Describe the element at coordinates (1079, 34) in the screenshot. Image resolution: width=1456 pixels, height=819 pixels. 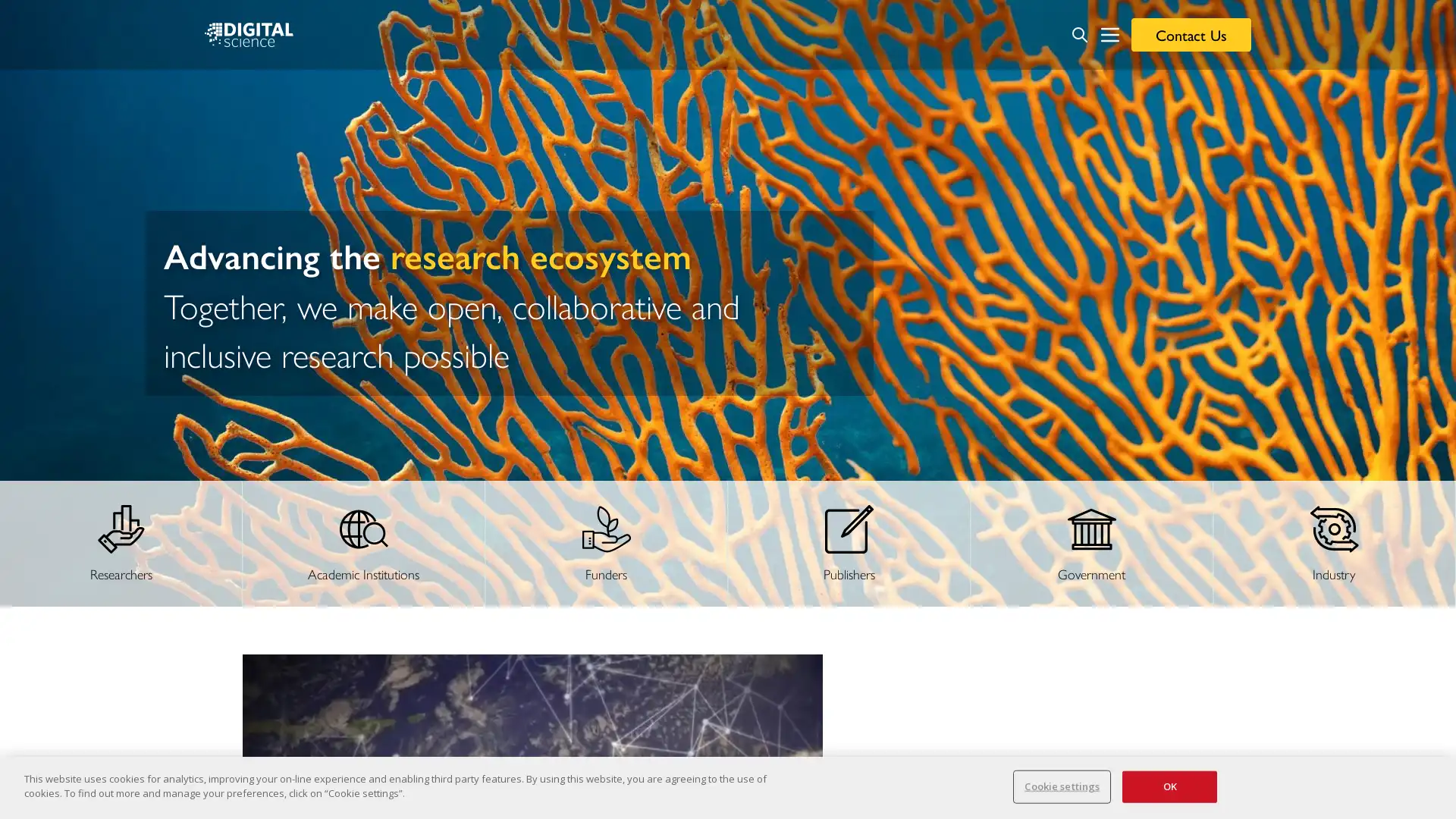
I see `Search` at that location.